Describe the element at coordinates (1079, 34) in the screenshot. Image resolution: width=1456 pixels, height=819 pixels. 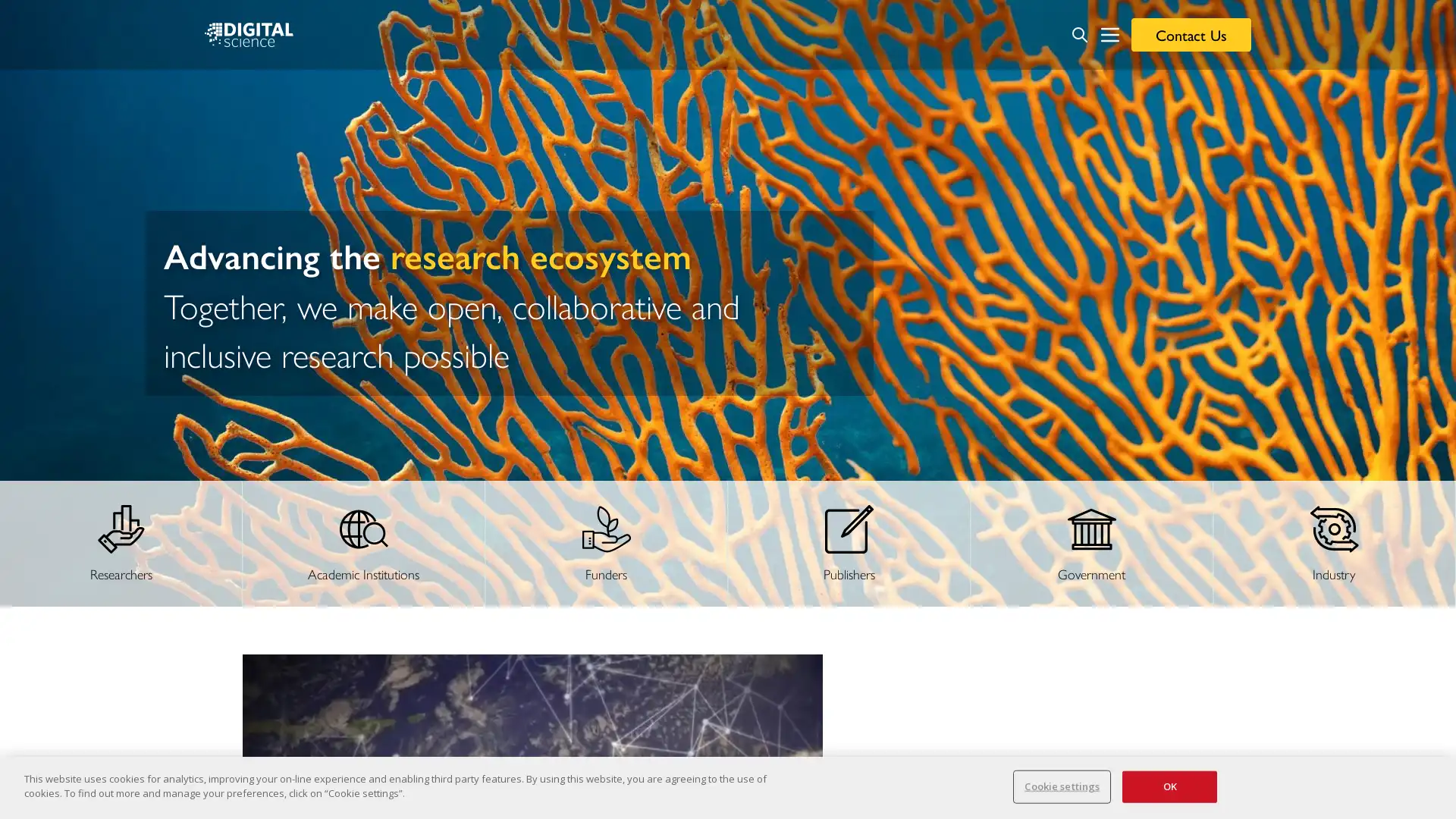
I see `Search` at that location.